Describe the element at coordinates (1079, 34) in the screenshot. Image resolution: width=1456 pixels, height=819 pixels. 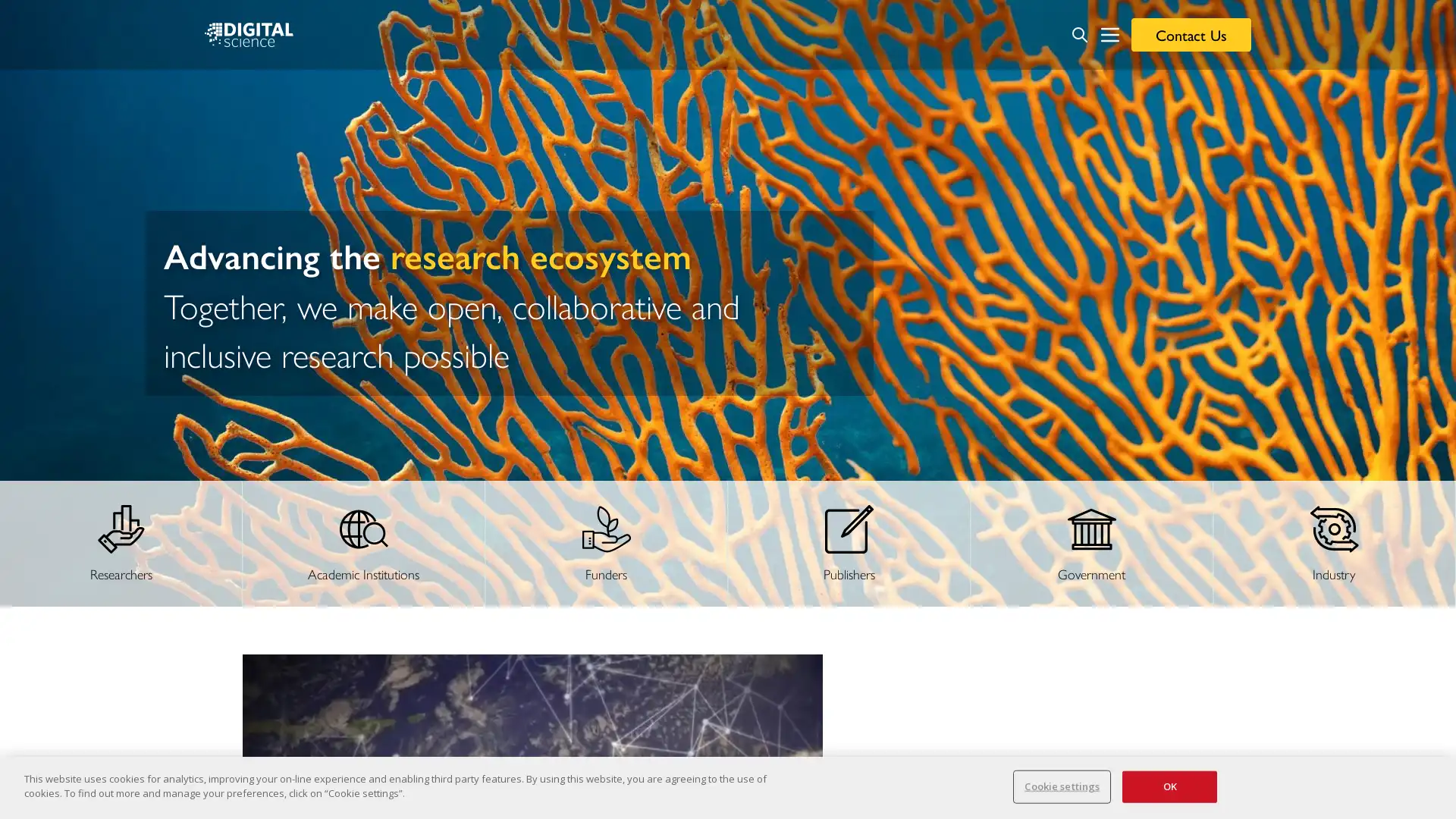
I see `Search` at that location.